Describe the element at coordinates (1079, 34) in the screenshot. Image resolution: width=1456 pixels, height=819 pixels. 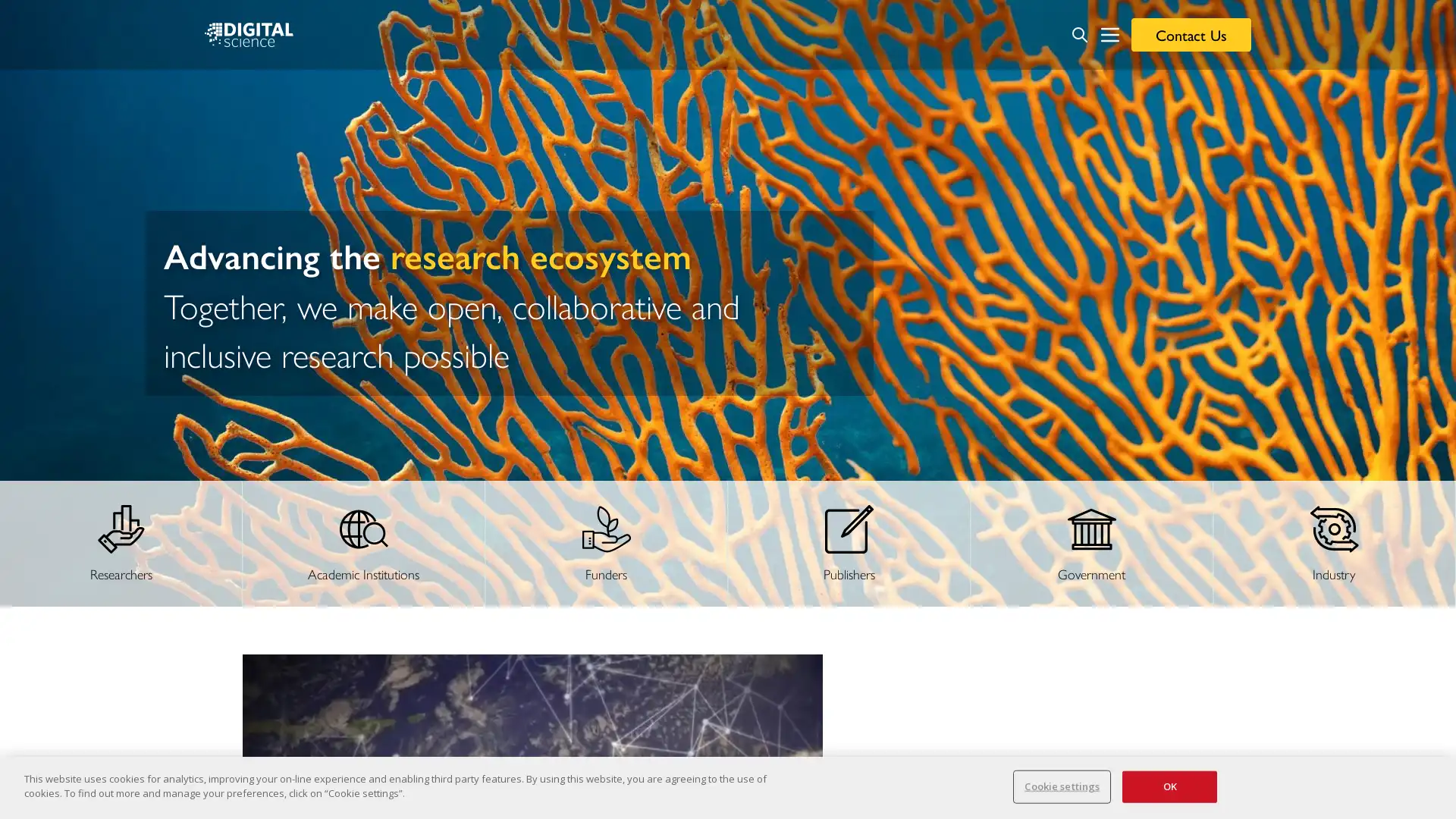
I see `Search` at that location.